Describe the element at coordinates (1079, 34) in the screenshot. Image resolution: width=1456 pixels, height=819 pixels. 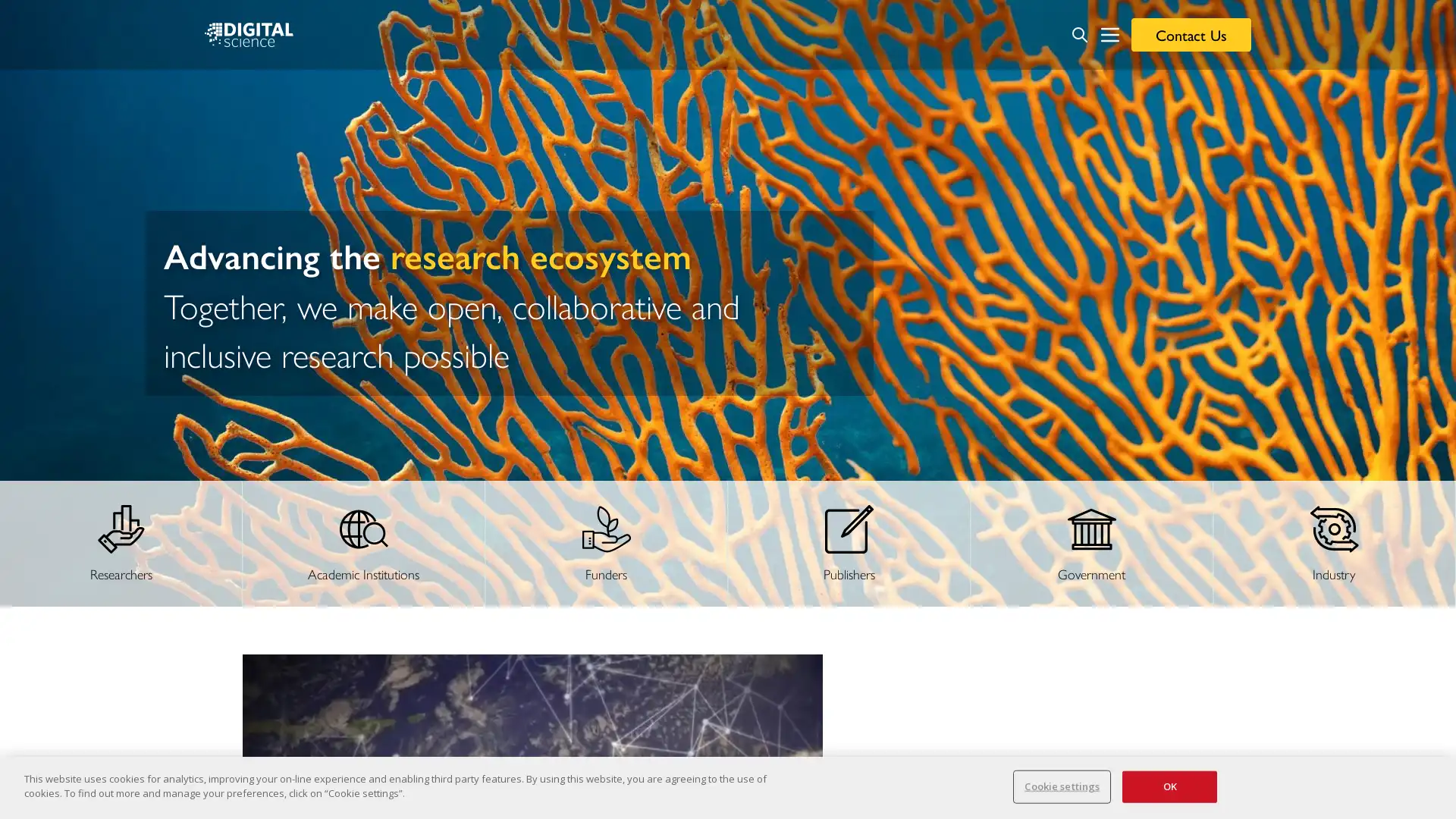
I see `Search` at that location.